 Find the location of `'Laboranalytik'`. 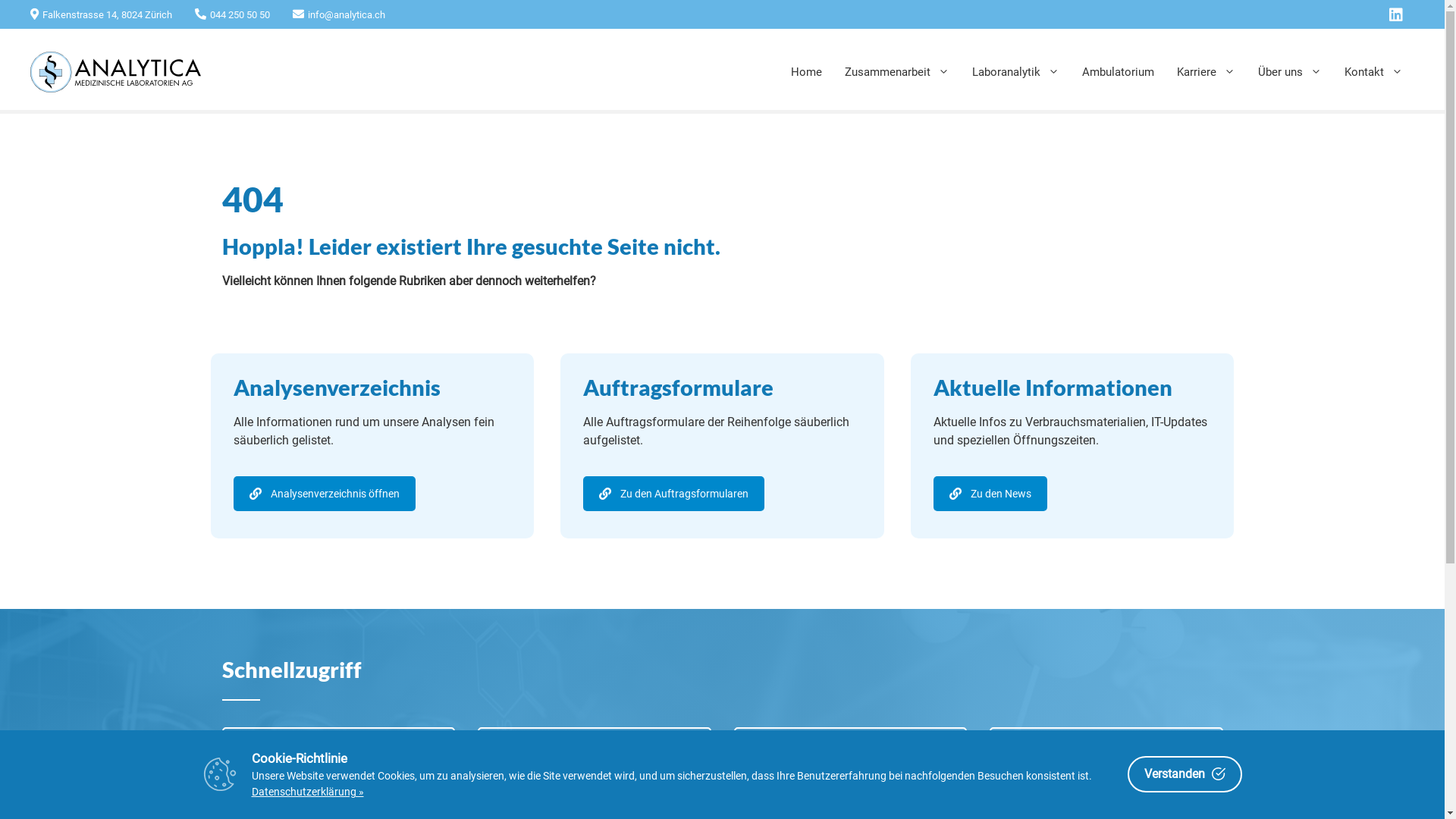

'Laboranalytik' is located at coordinates (1015, 72).